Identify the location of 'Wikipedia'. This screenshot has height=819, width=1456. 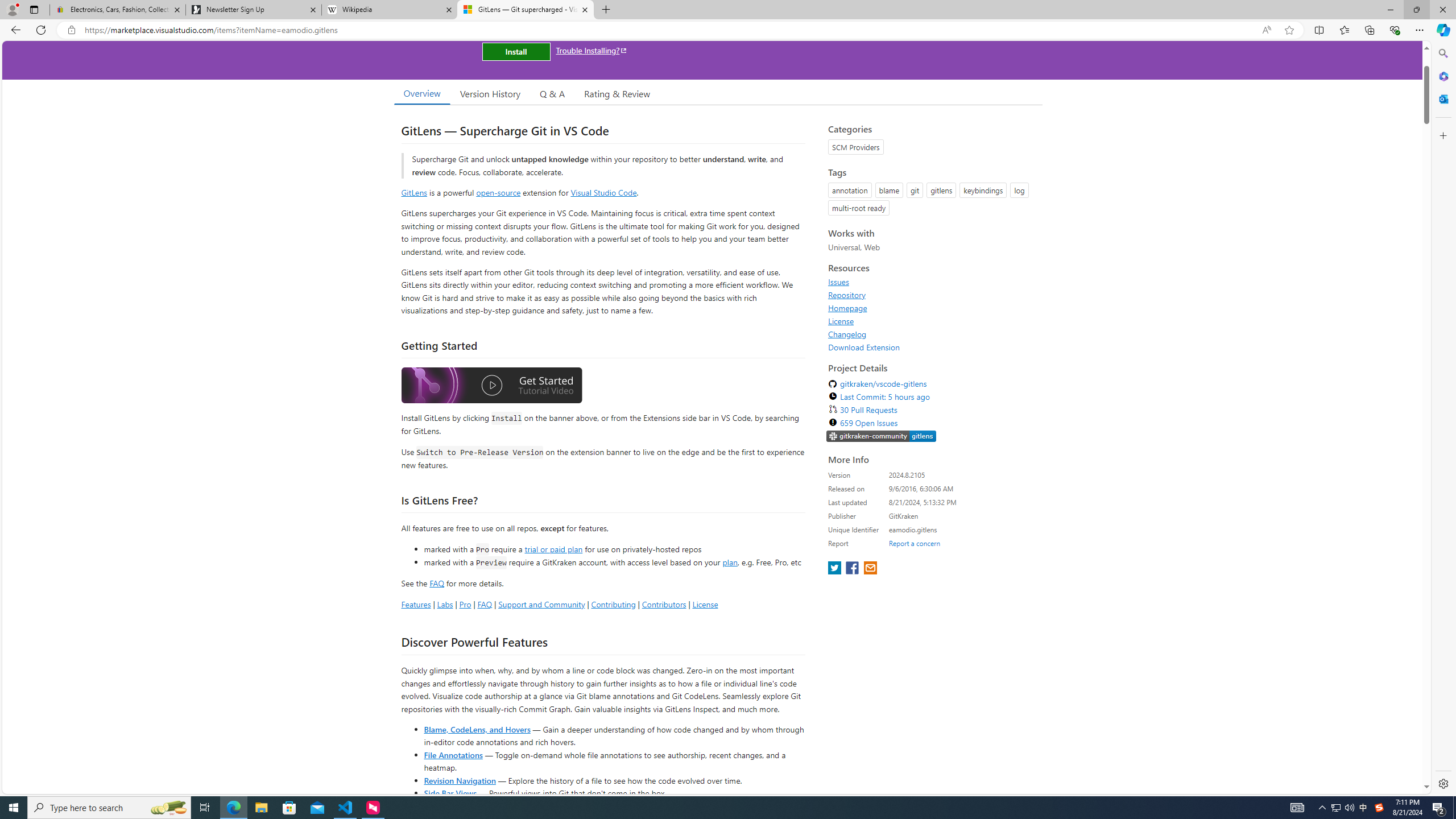
(390, 9).